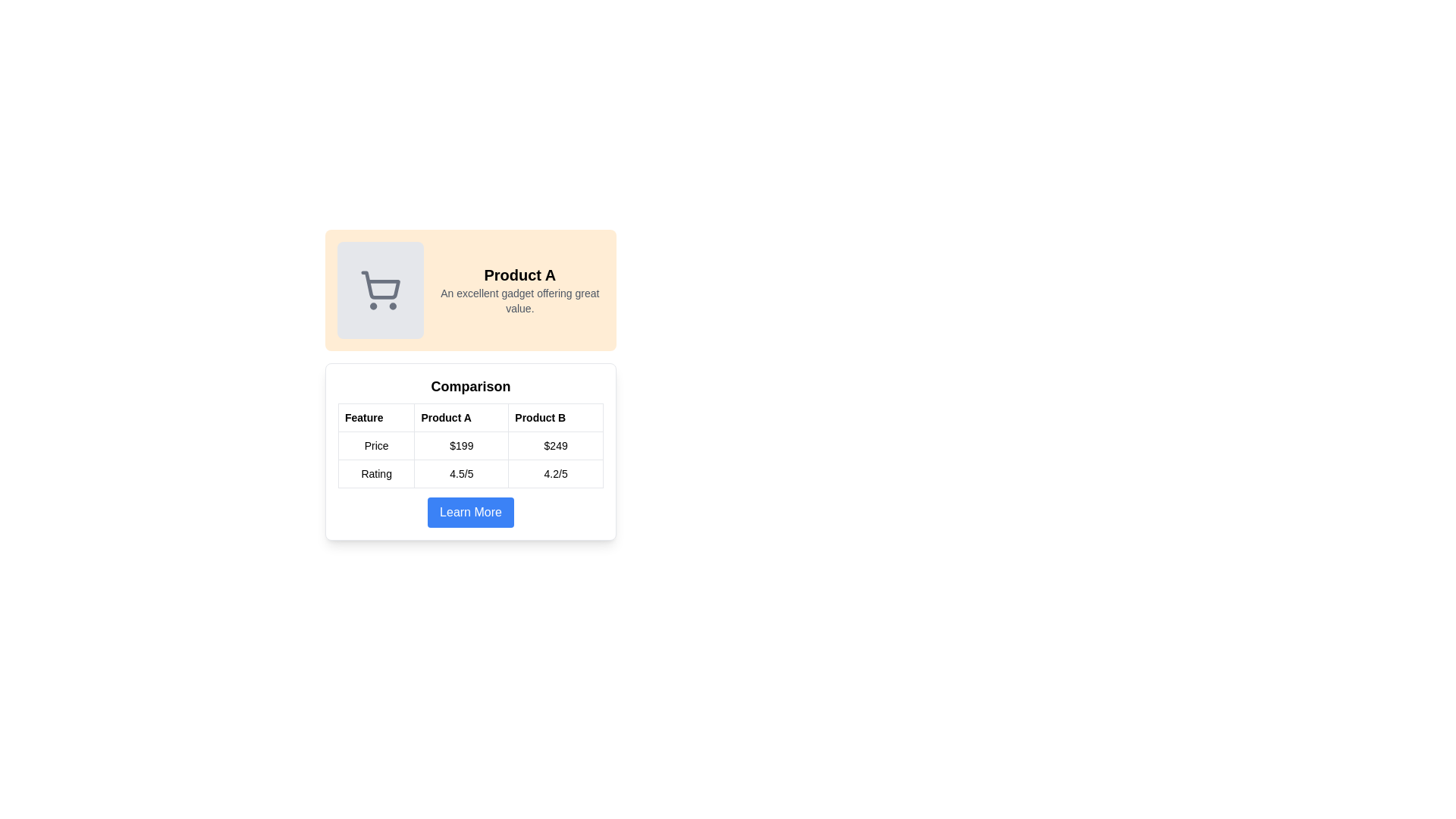  What do you see at coordinates (555, 444) in the screenshot?
I see `static text display representing the price of 'Product B' located in the second column of the comparison table, positioned to the right of the '$199' element for 'Product A'` at bounding box center [555, 444].